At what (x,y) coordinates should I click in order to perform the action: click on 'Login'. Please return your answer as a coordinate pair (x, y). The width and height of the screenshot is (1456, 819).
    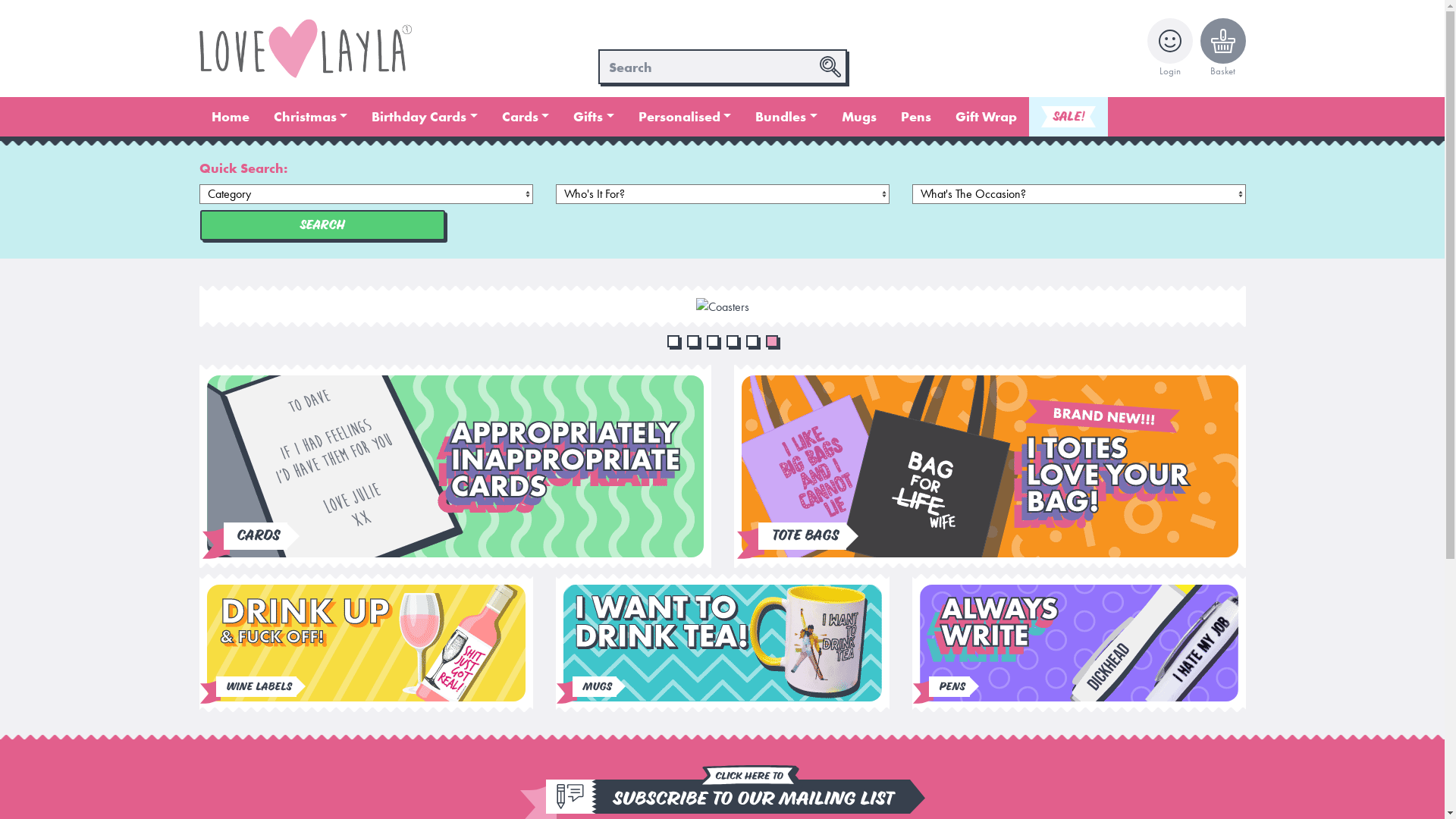
    Looking at the image, I should click on (1147, 48).